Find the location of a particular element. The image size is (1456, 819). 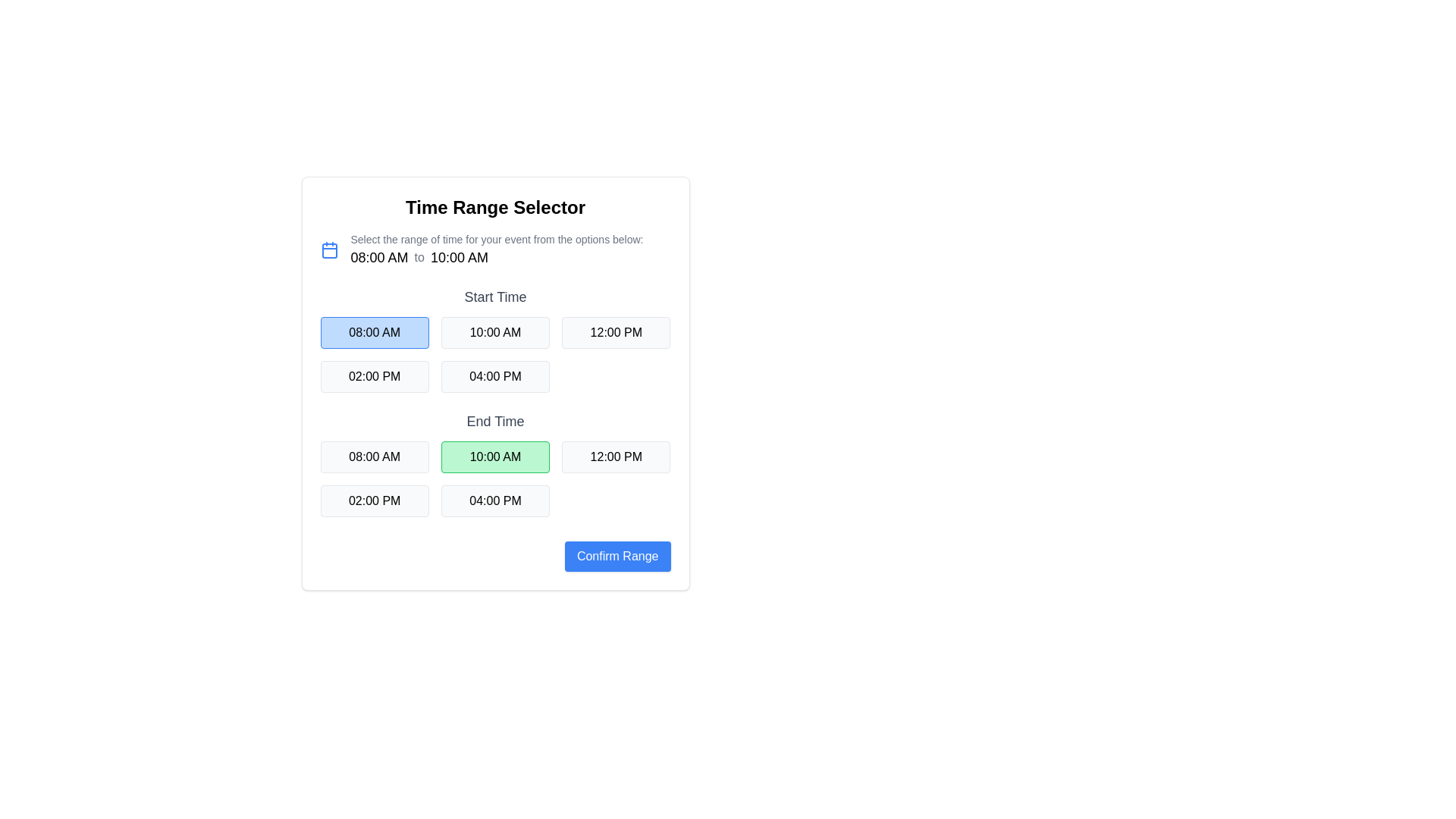

the button labeled '10:00 AM' which is a rectangular button with rounded corners, positioned in the first row and second column of a grid layout, to trigger a hover effect is located at coordinates (495, 332).